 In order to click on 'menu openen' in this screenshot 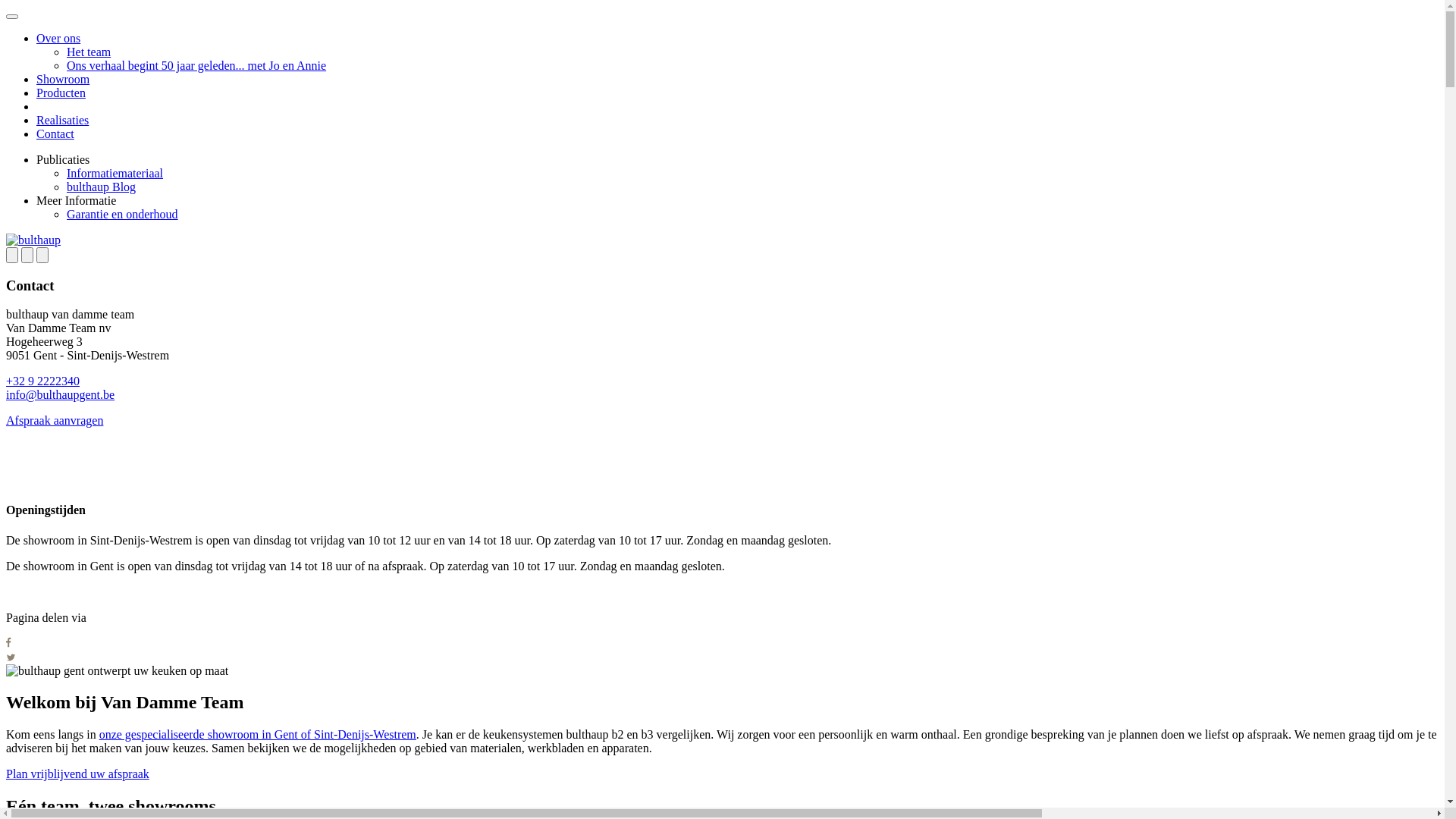, I will do `click(11, 17)`.